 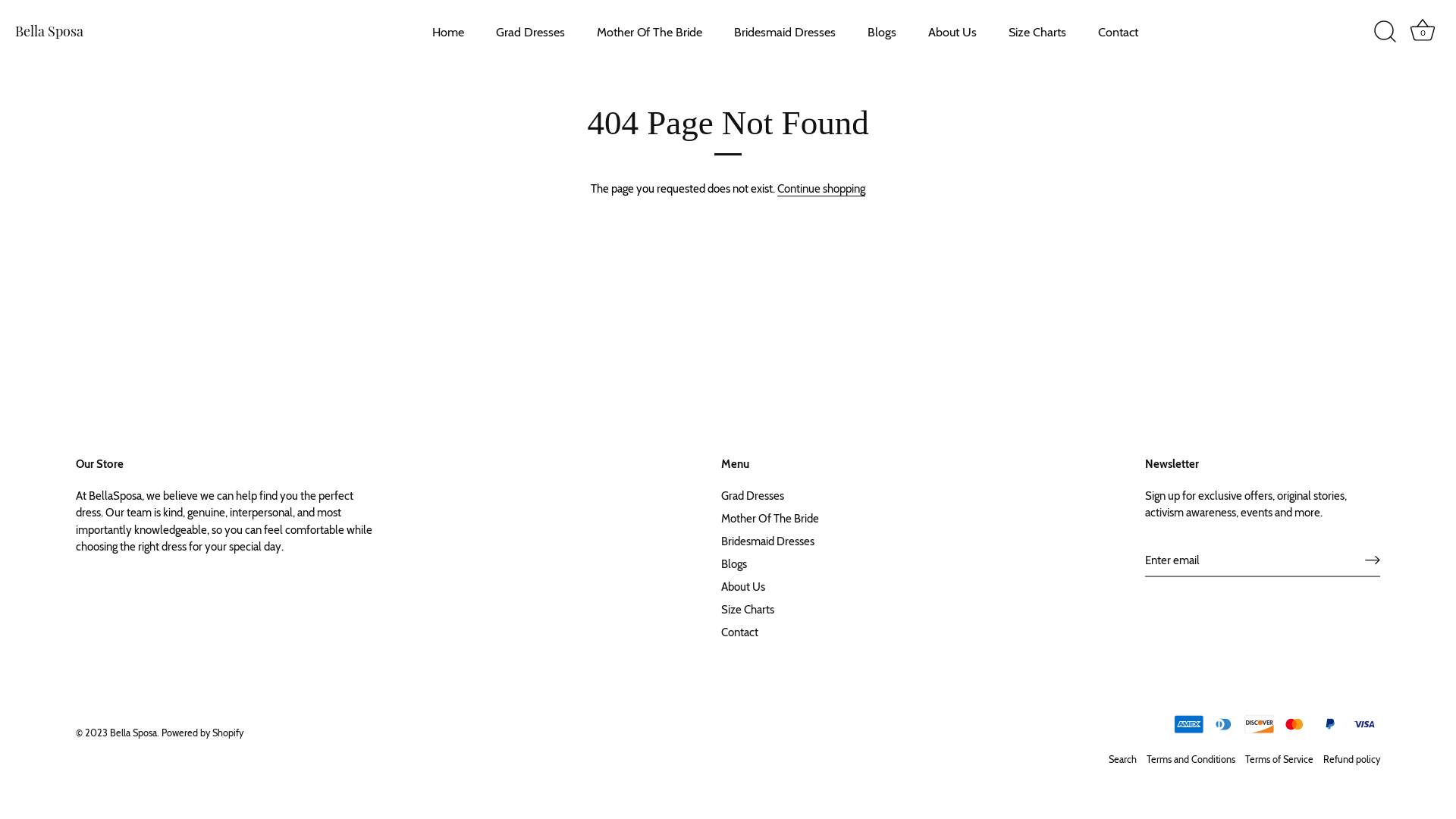 I want to click on 'Grad Dresses', so click(x=531, y=32).